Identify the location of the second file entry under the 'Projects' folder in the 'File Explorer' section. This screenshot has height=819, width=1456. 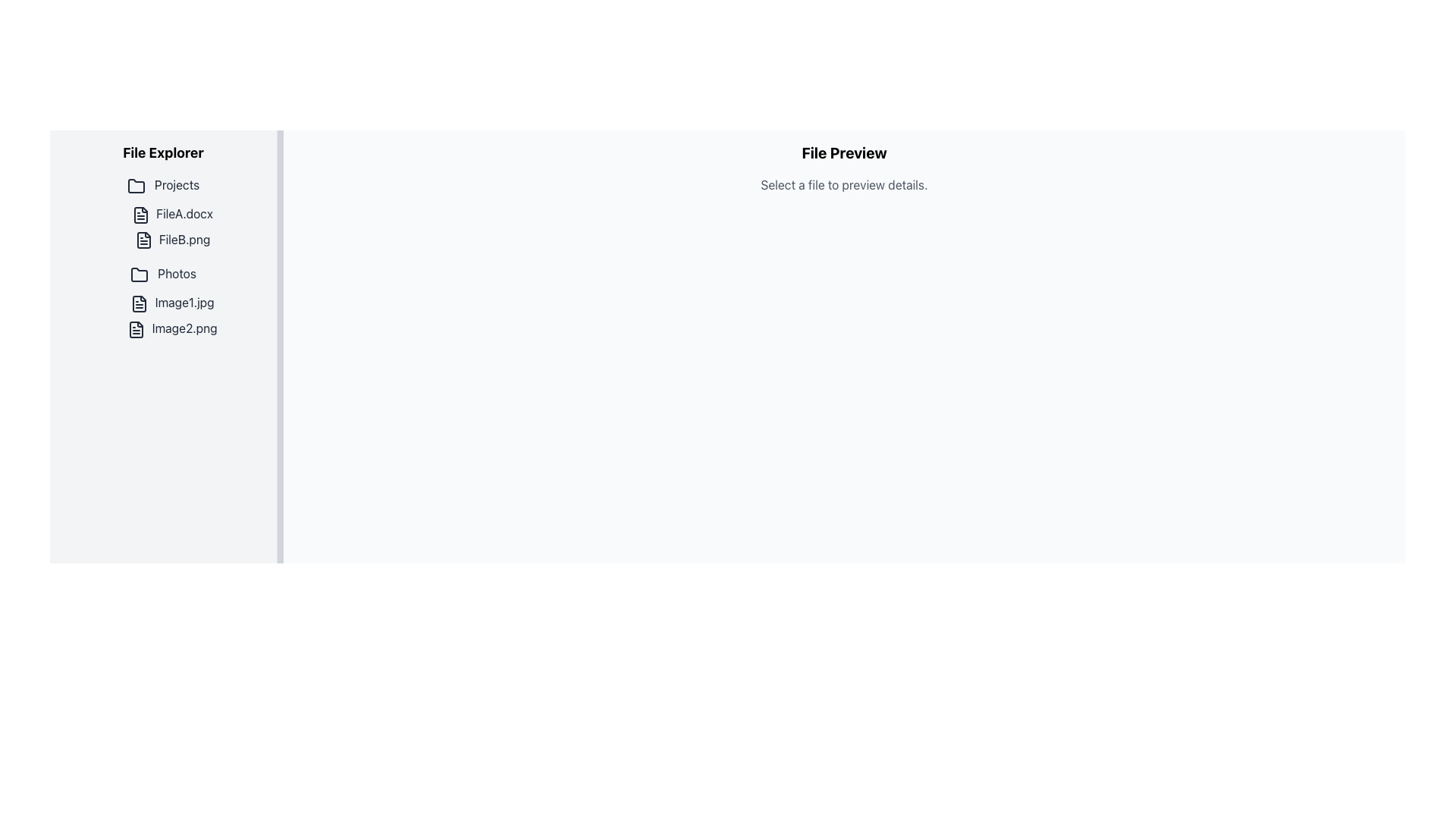
(172, 239).